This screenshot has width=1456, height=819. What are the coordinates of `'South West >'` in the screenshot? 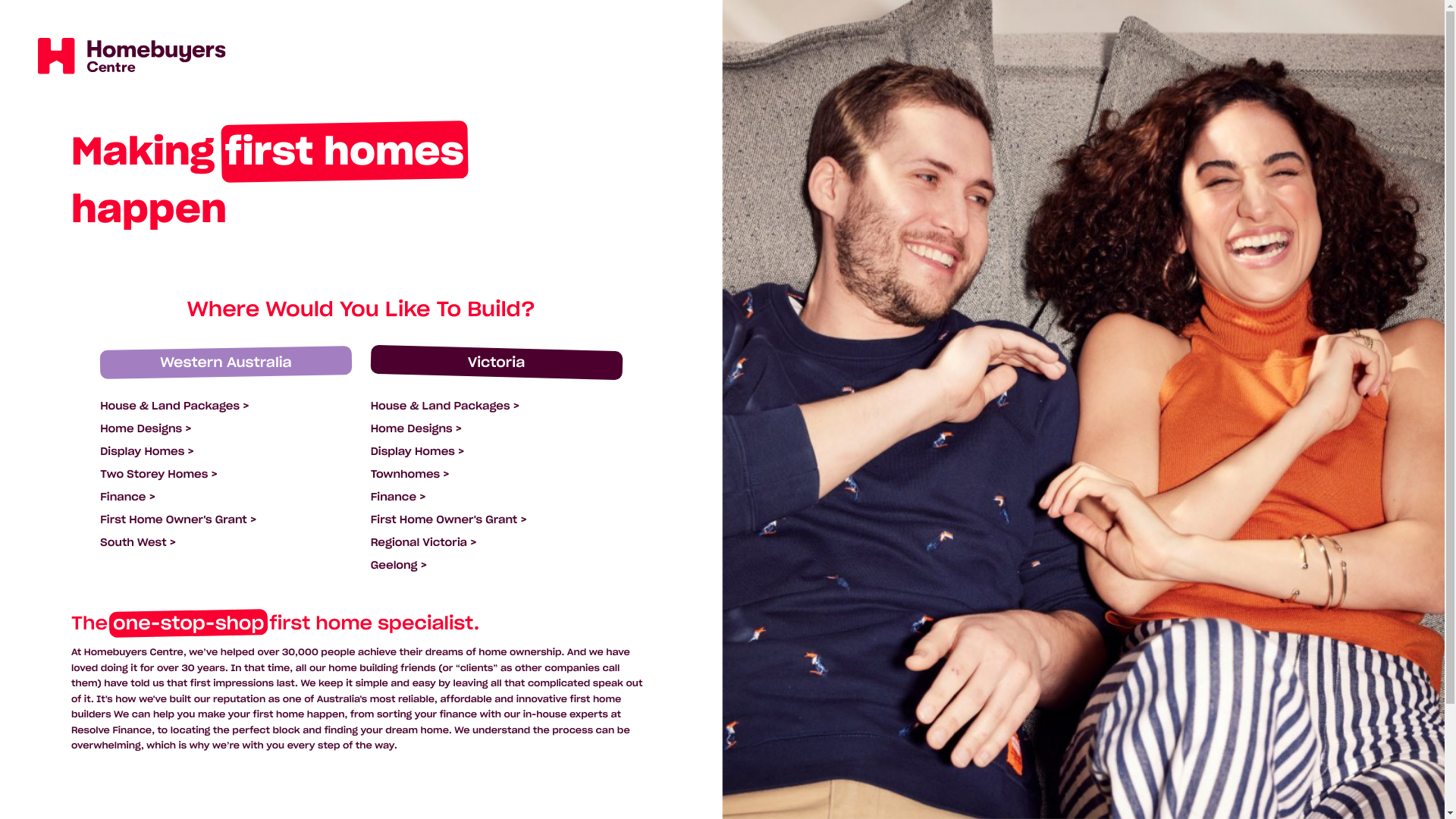 It's located at (138, 541).